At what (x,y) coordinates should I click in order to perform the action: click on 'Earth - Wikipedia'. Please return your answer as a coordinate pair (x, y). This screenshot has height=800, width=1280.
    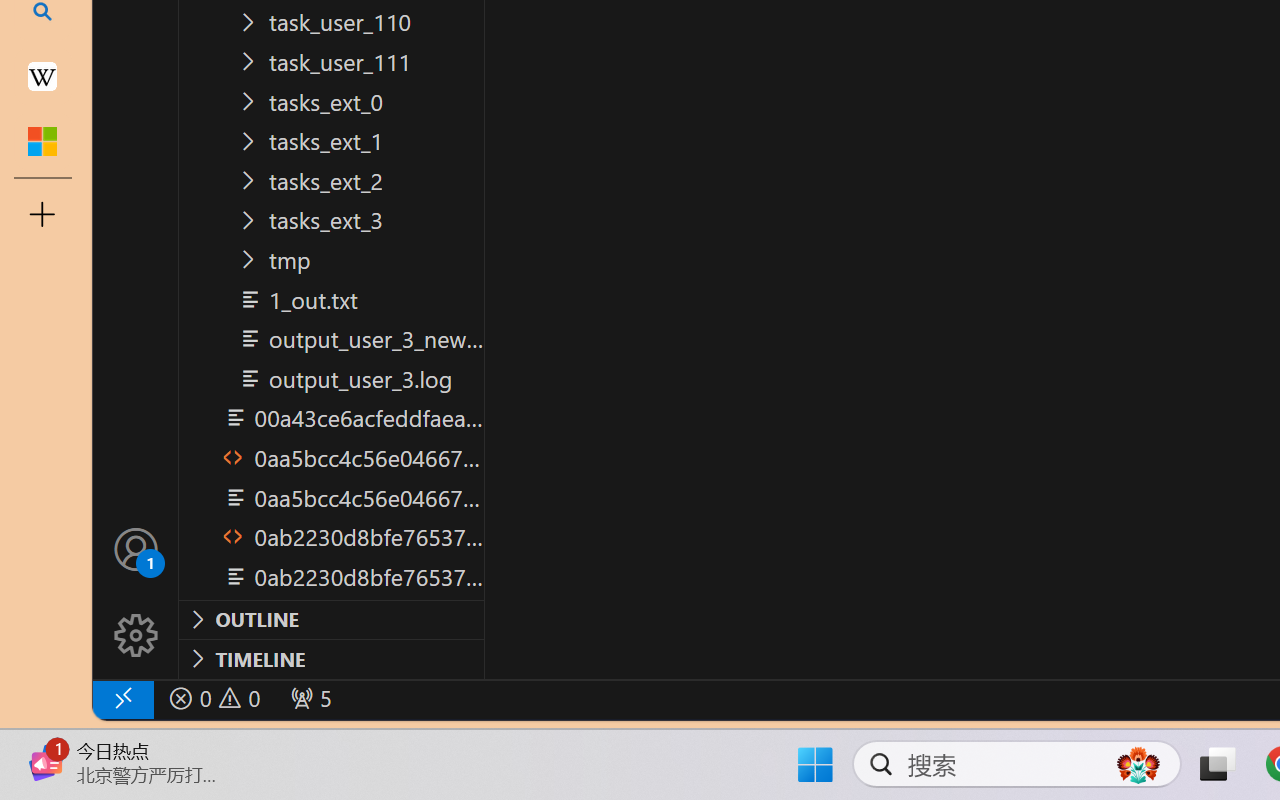
    Looking at the image, I should click on (42, 76).